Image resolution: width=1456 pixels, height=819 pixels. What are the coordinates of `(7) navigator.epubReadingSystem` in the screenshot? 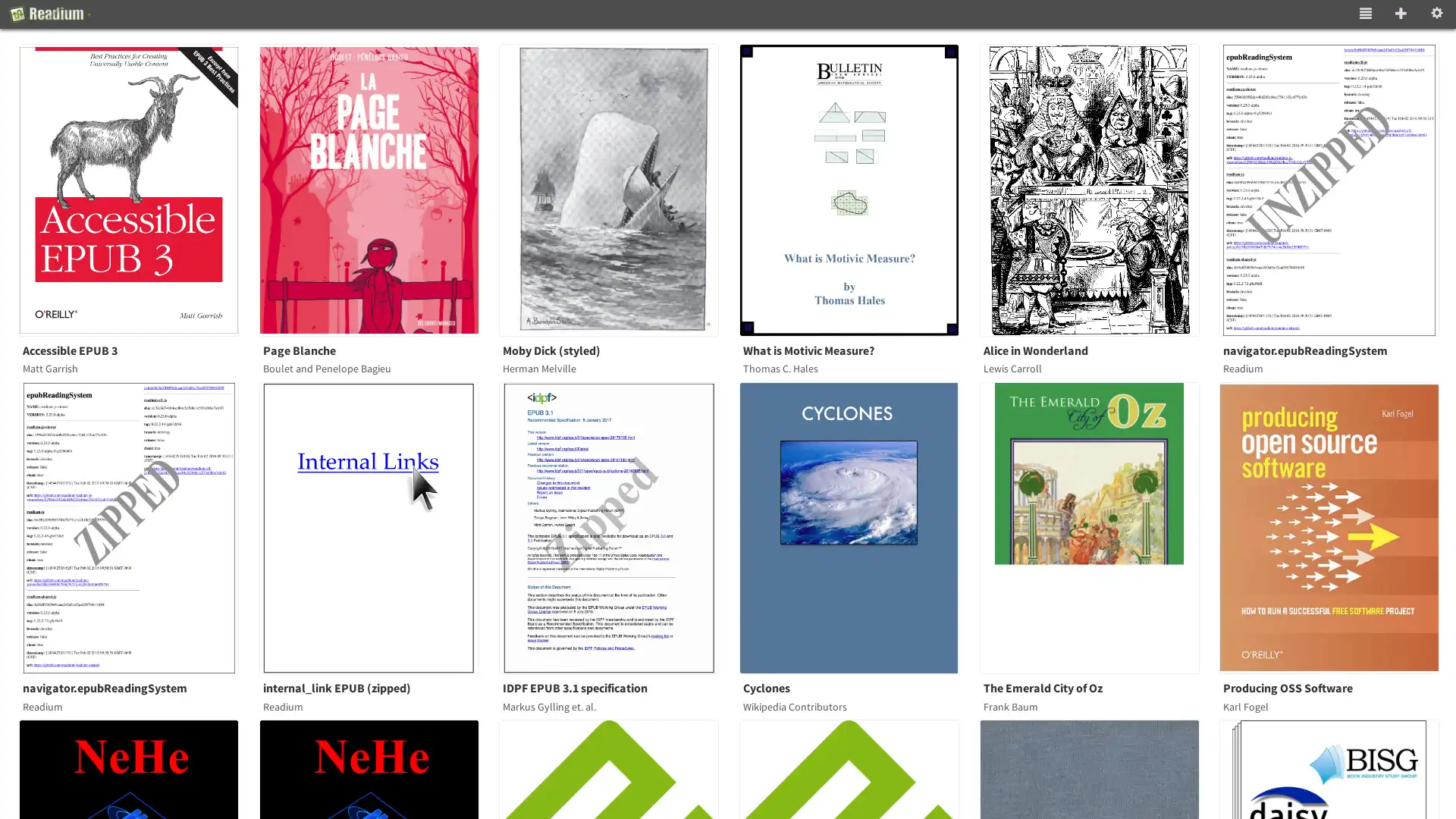 It's located at (138, 526).